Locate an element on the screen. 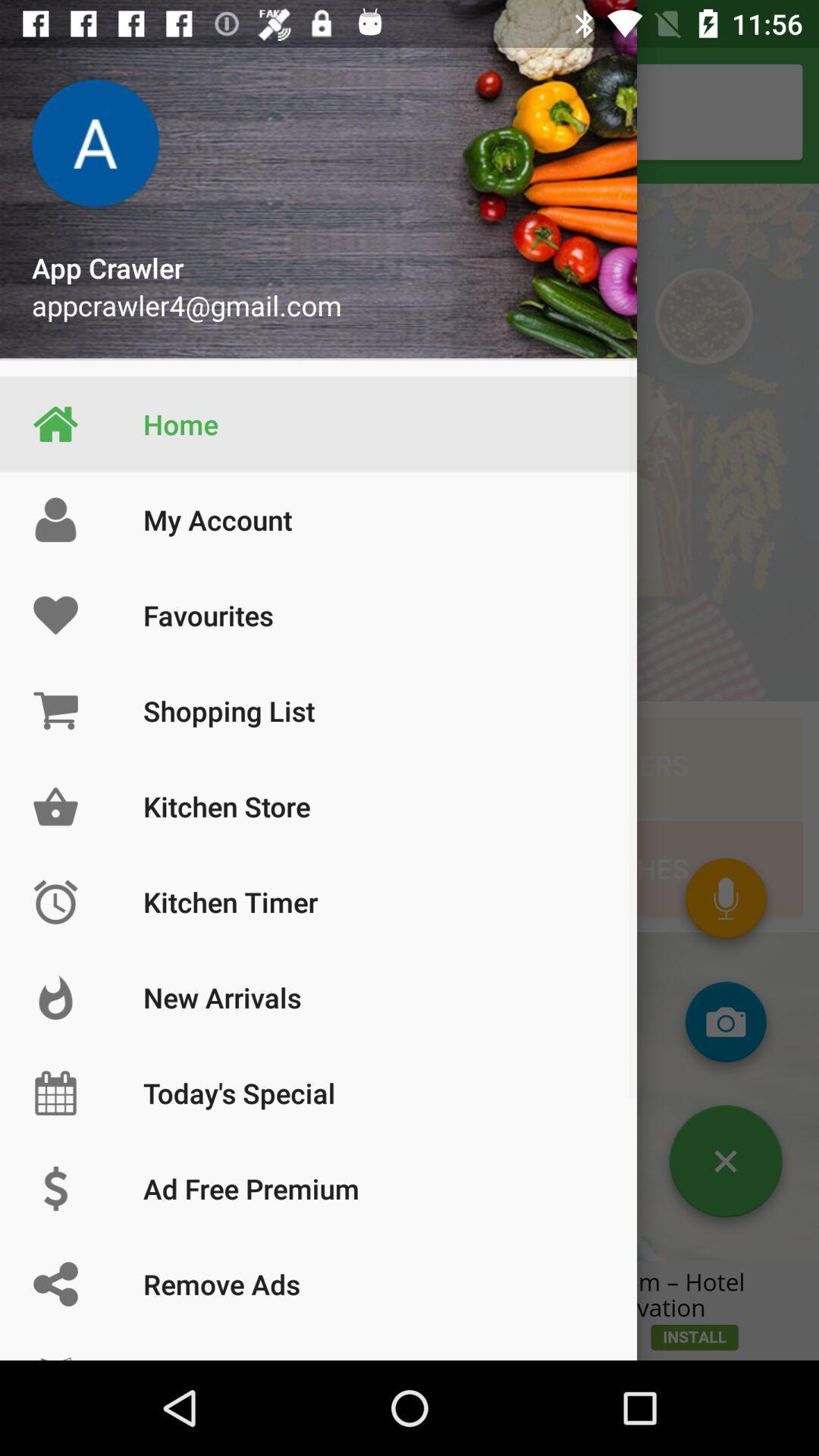  the photo icon is located at coordinates (725, 1028).